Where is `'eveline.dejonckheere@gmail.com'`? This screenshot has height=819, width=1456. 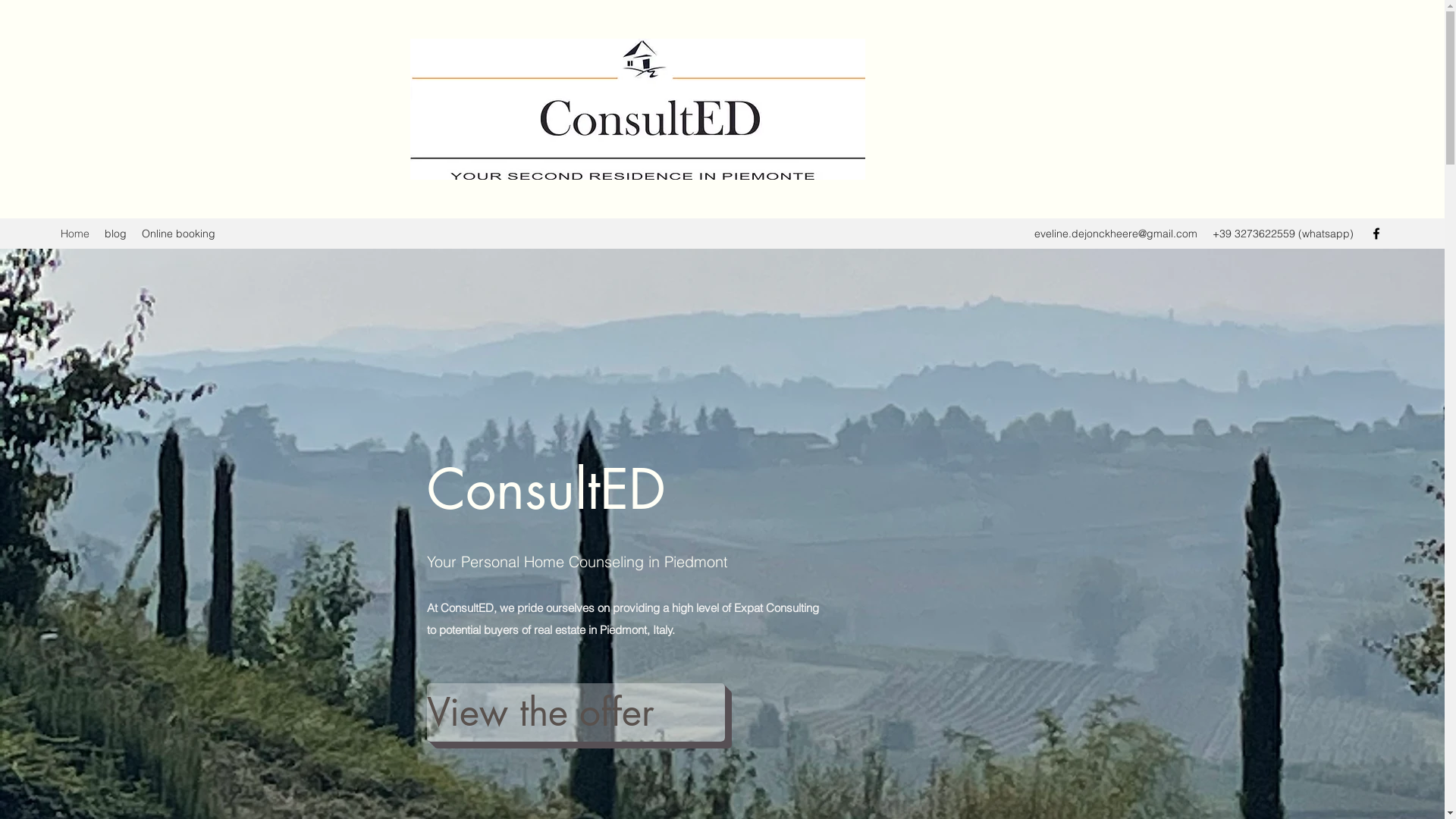 'eveline.dejonckheere@gmail.com' is located at coordinates (1116, 234).